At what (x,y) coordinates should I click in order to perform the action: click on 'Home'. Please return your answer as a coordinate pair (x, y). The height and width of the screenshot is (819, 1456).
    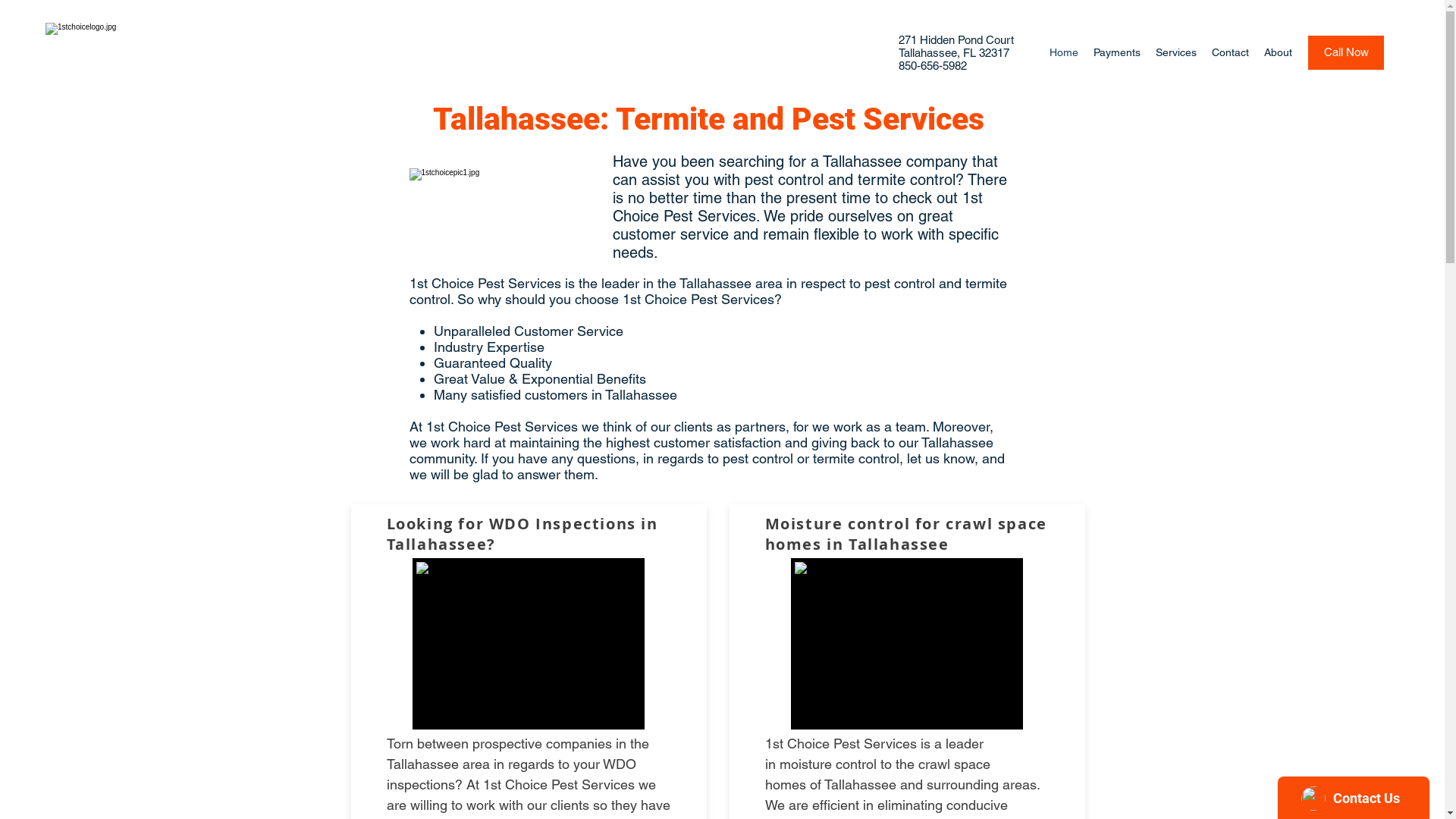
    Looking at the image, I should click on (1062, 52).